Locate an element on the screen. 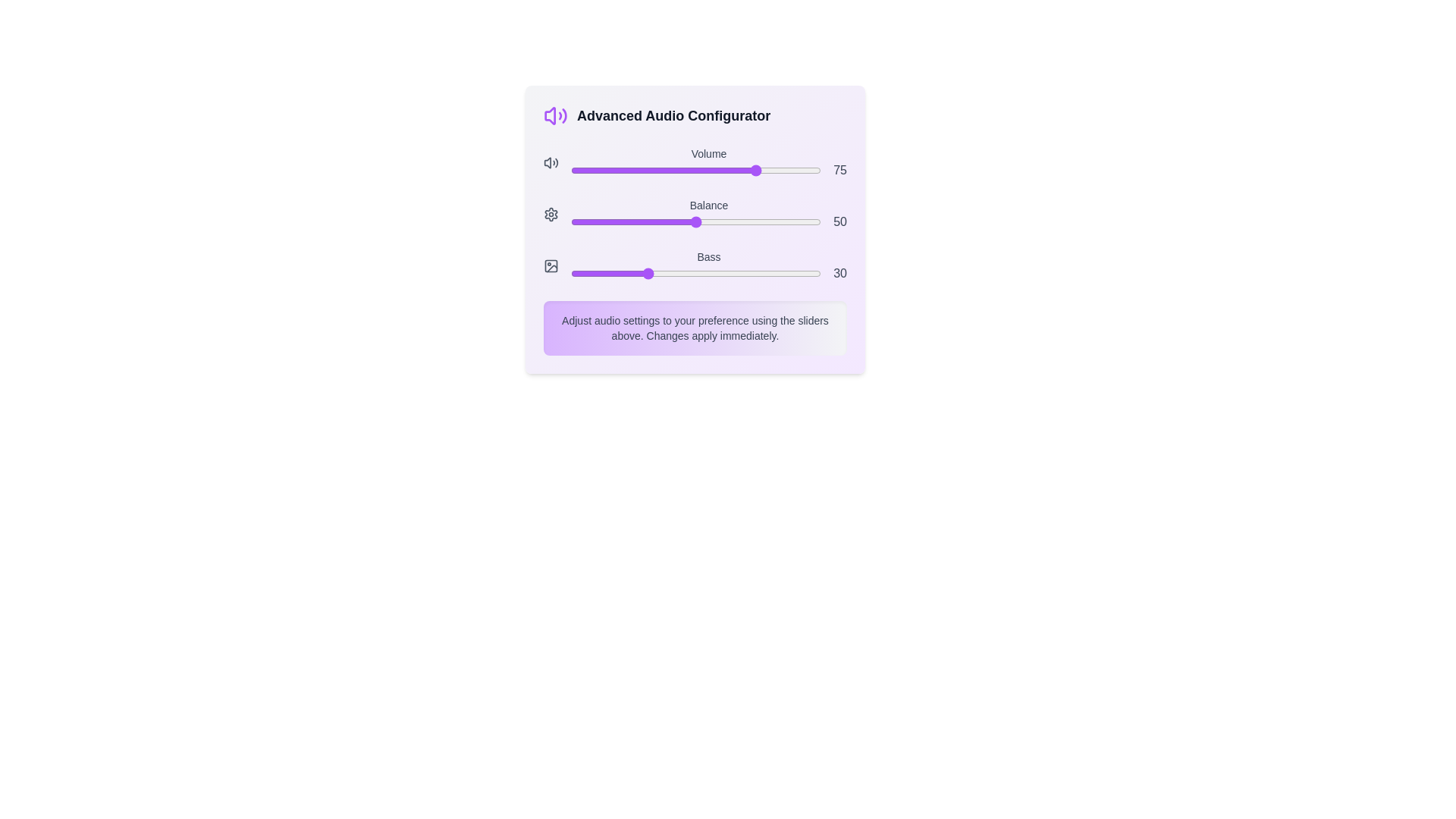 The width and height of the screenshot is (1456, 819). the volume slider to set the volume to 59% is located at coordinates (717, 170).